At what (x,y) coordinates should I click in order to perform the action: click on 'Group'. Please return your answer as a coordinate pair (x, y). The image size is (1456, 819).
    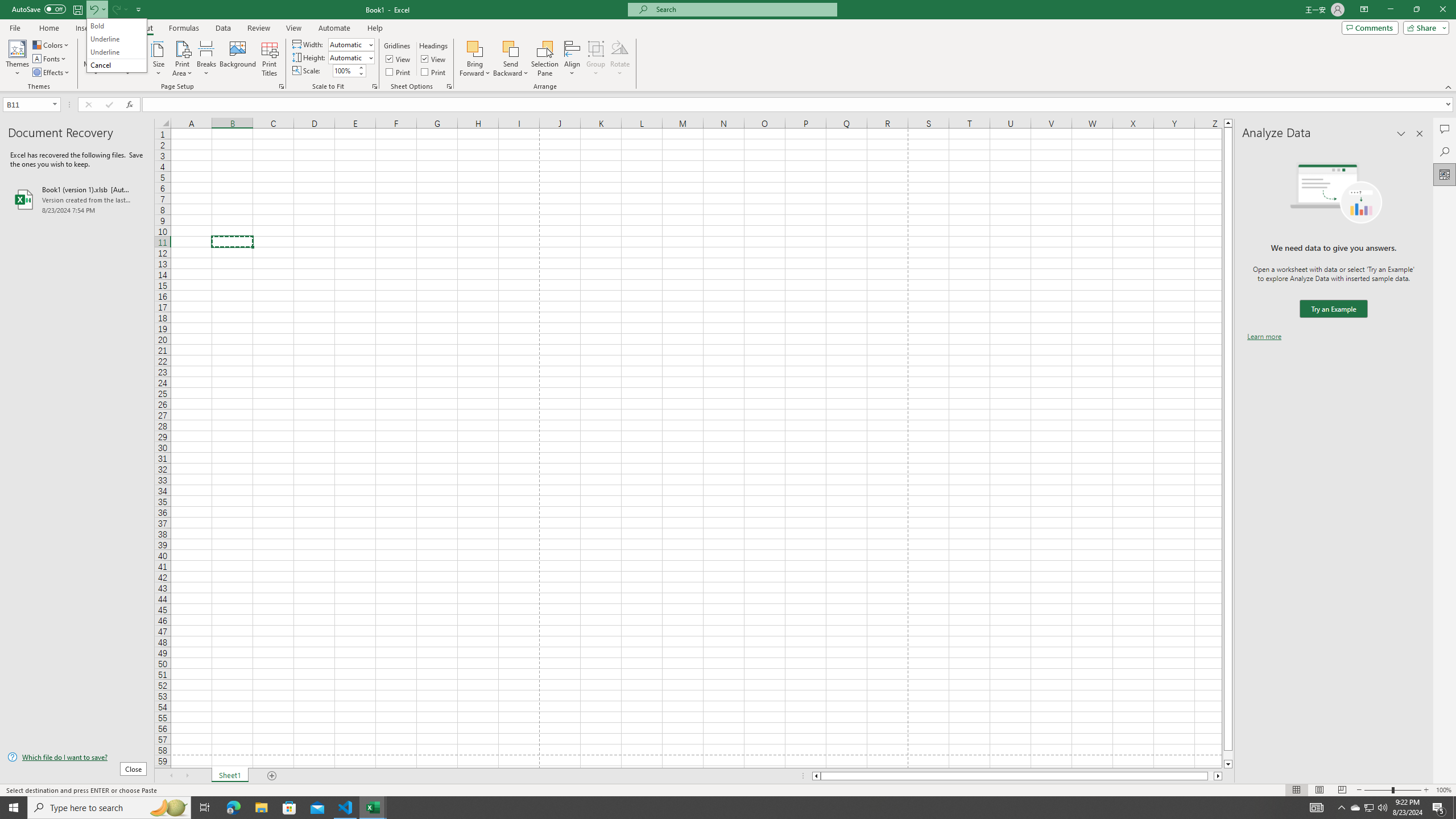
    Looking at the image, I should click on (595, 59).